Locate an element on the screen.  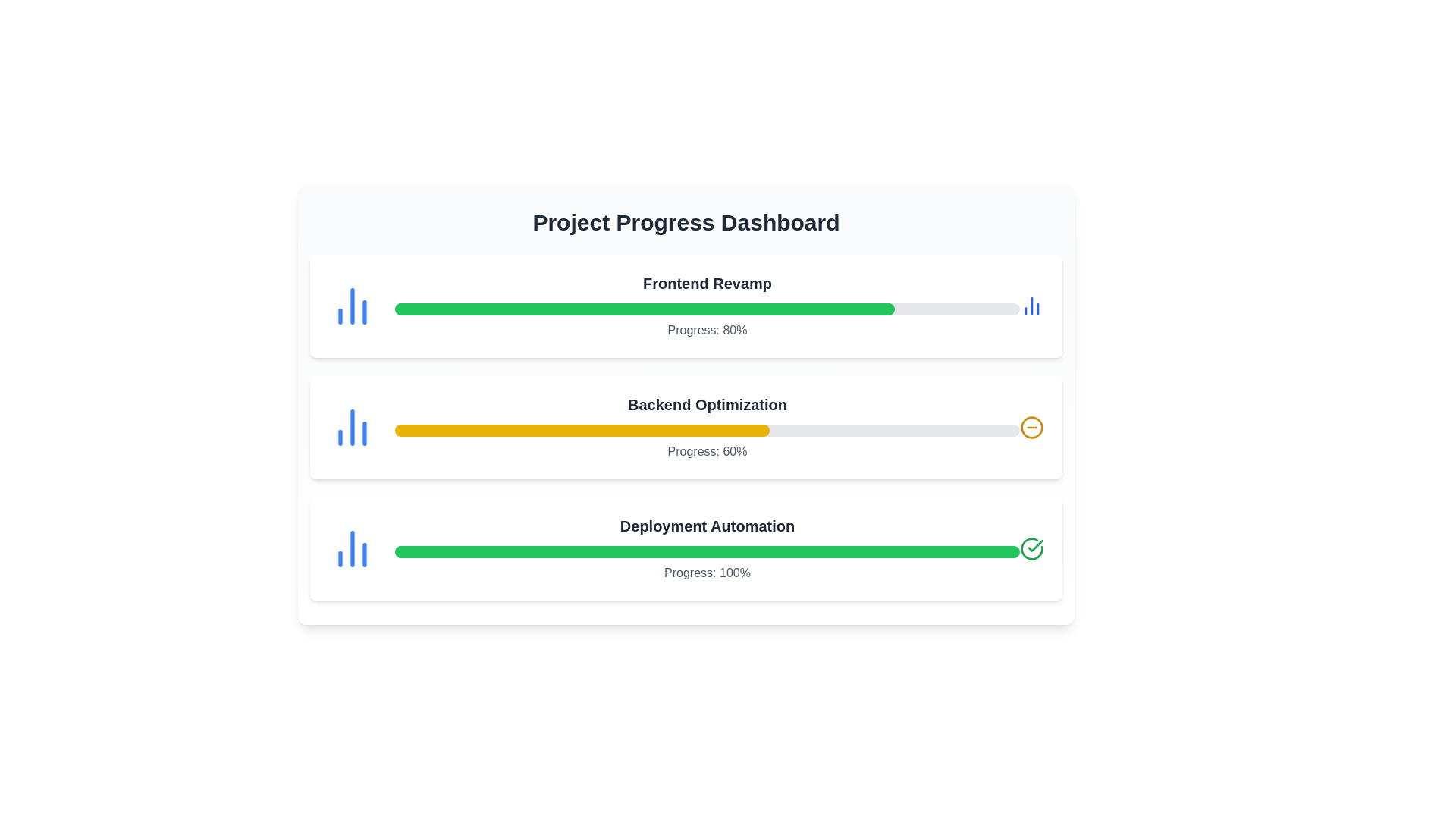
the filled progress indicator representing 60% completion of the 'Backend Optimization' task, located within the grey progress bar is located at coordinates (582, 430).